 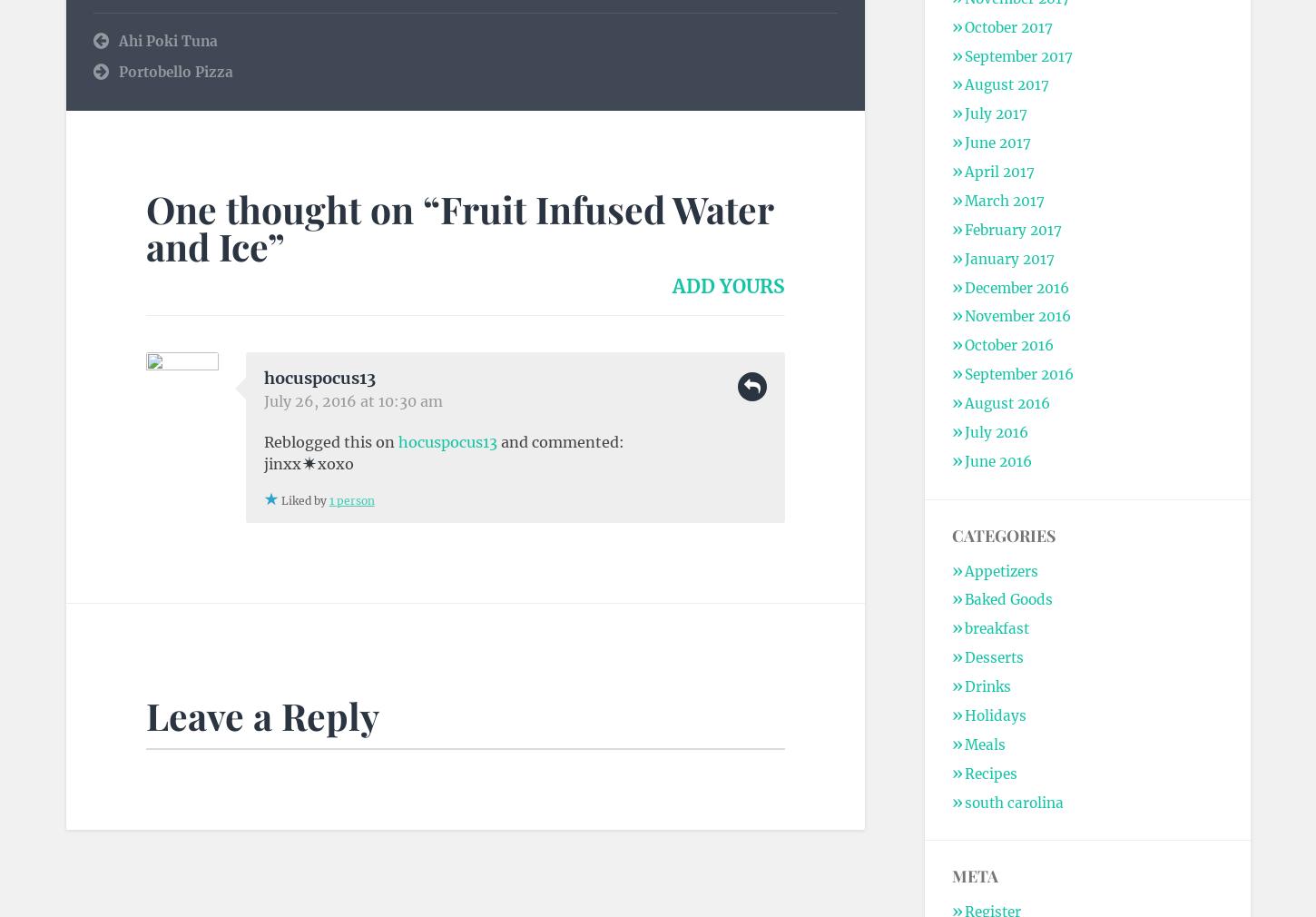 What do you see at coordinates (173, 71) in the screenshot?
I see `'Portobello Pizza'` at bounding box center [173, 71].